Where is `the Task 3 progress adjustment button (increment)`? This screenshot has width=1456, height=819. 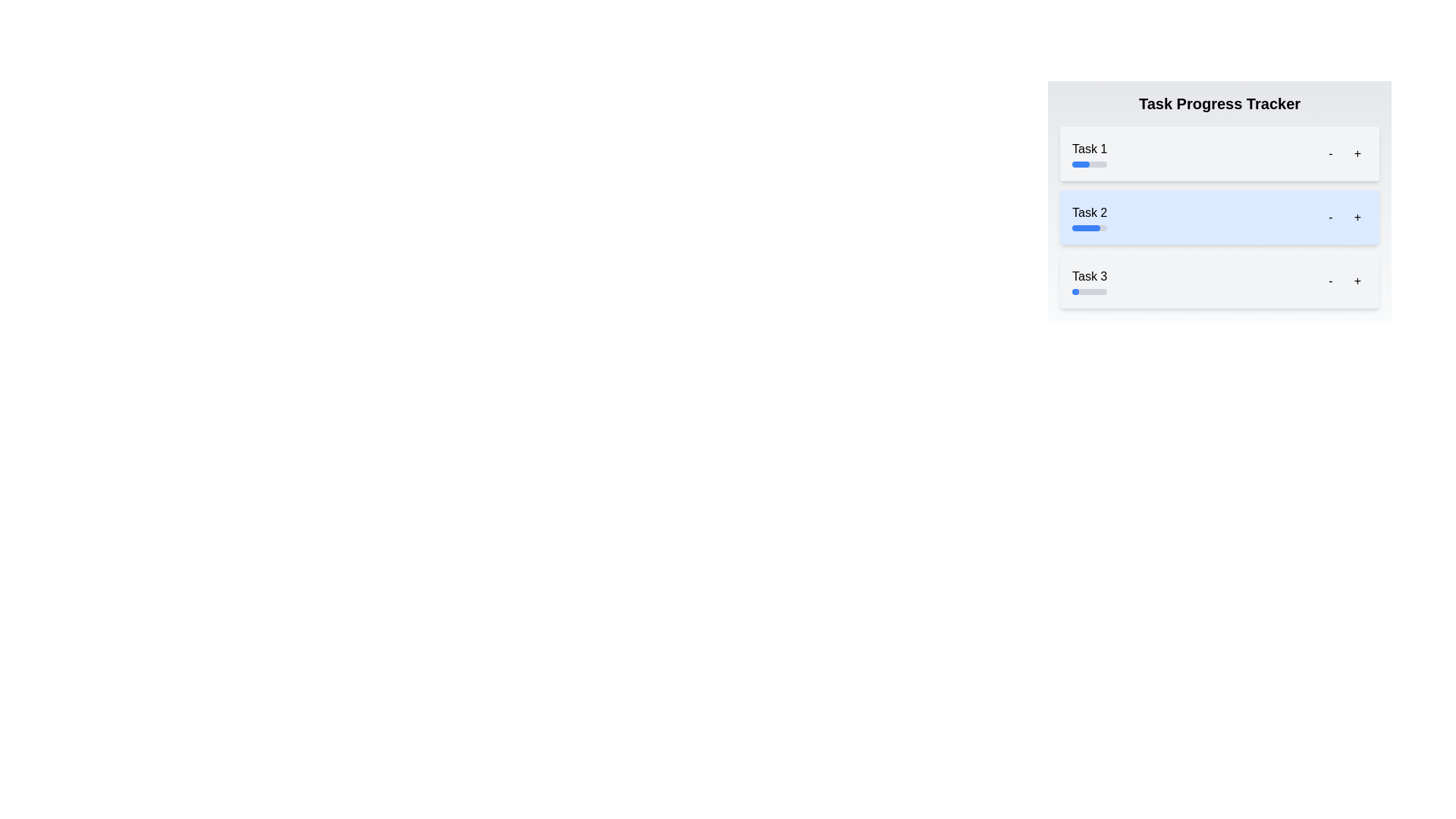
the Task 3 progress adjustment button (increment) is located at coordinates (1357, 281).